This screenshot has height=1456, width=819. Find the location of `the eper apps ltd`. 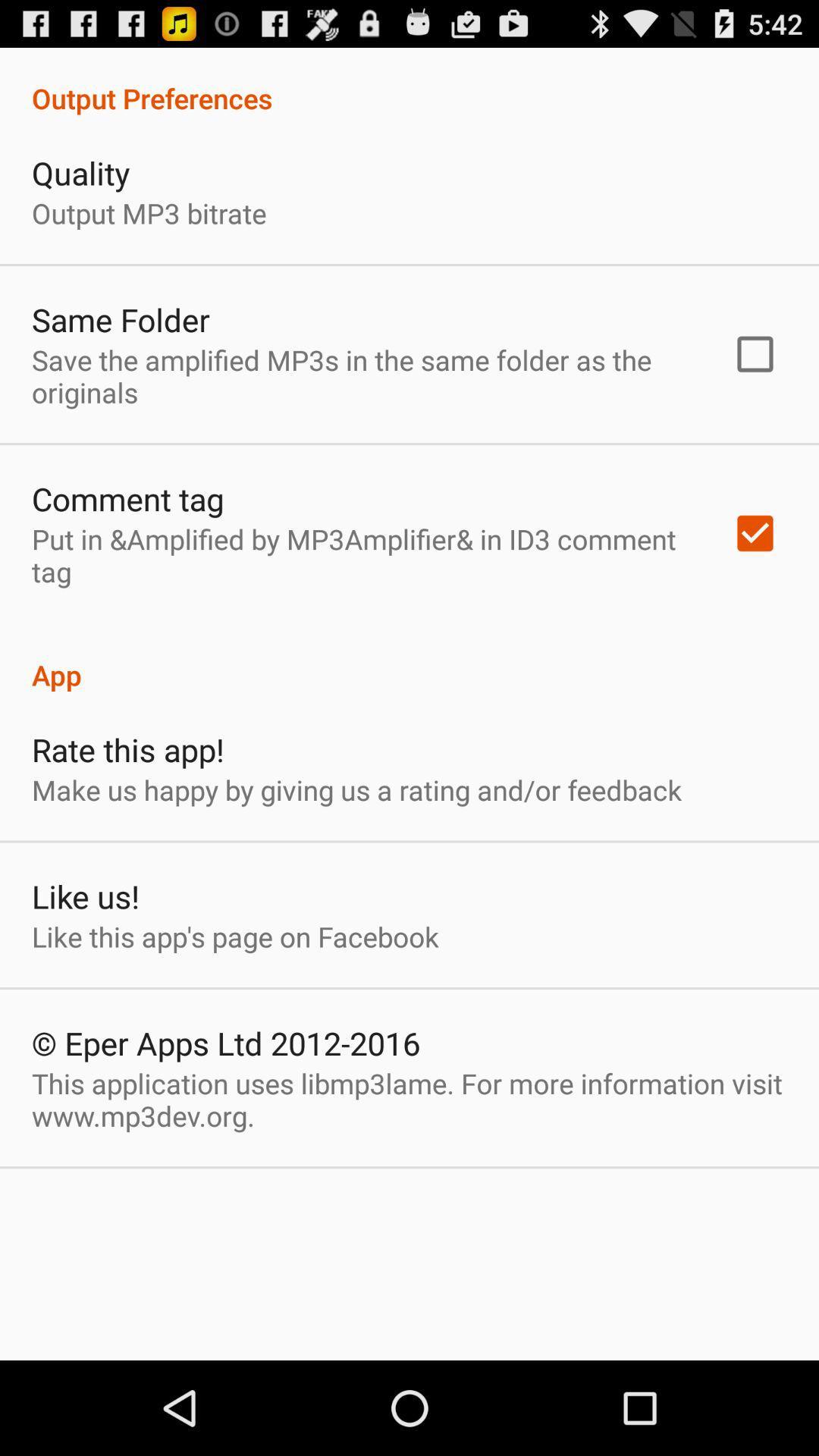

the eper apps ltd is located at coordinates (226, 1042).